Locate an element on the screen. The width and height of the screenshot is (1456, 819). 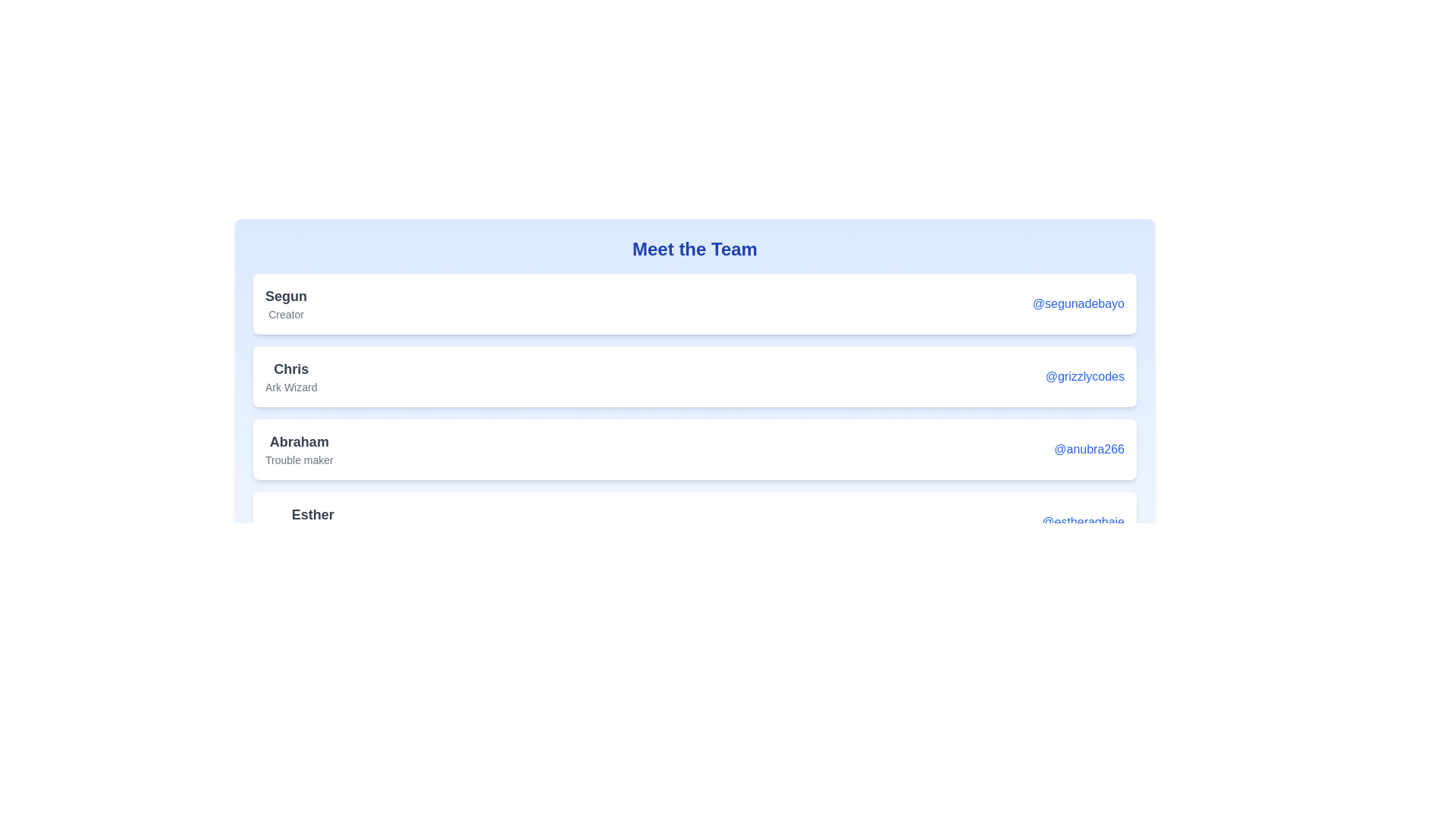
the hyperlink associated with the user '@segunadebayo' is located at coordinates (1078, 304).